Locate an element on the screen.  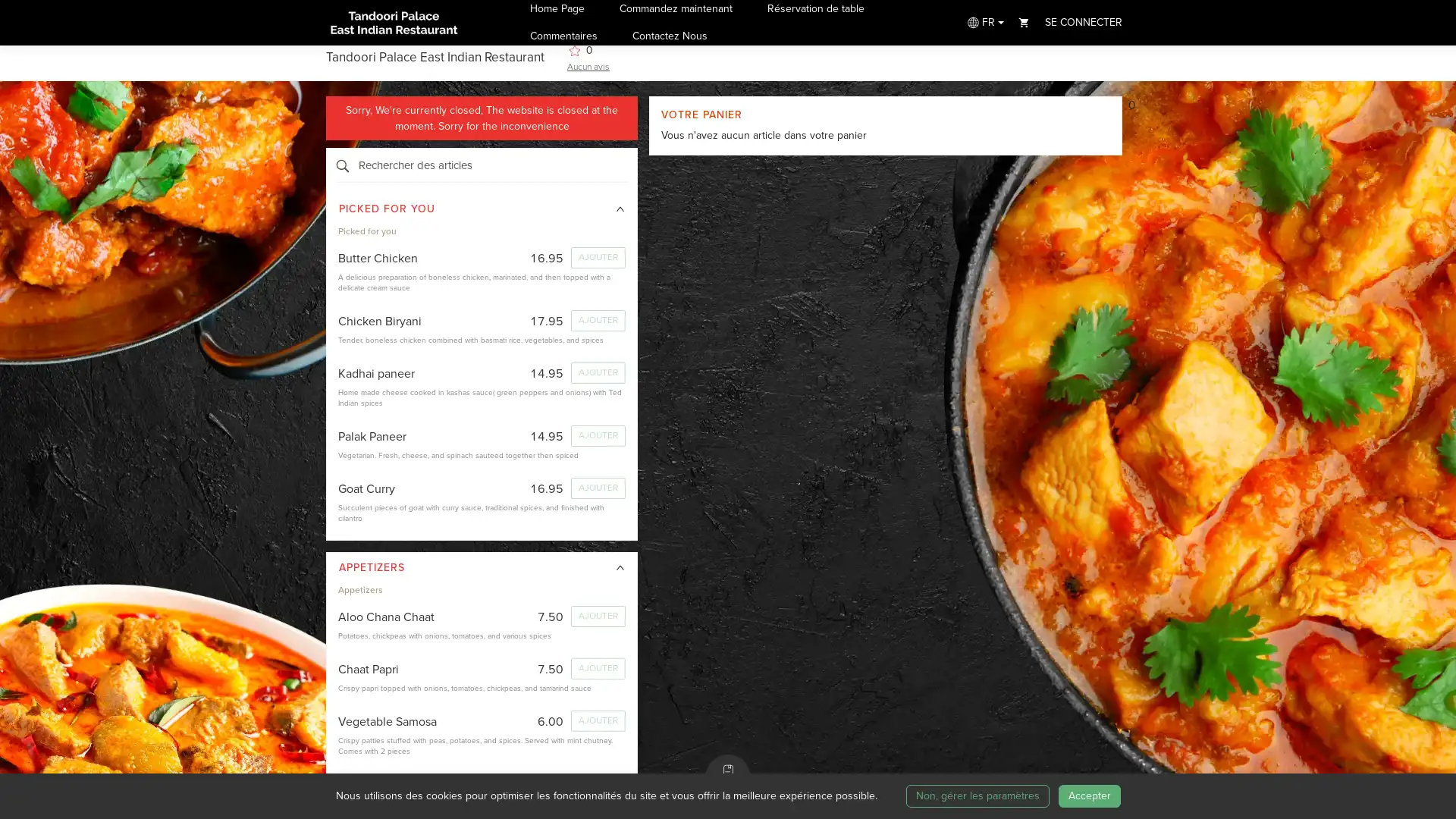
Non, gerer les parametres is located at coordinates (977, 795).